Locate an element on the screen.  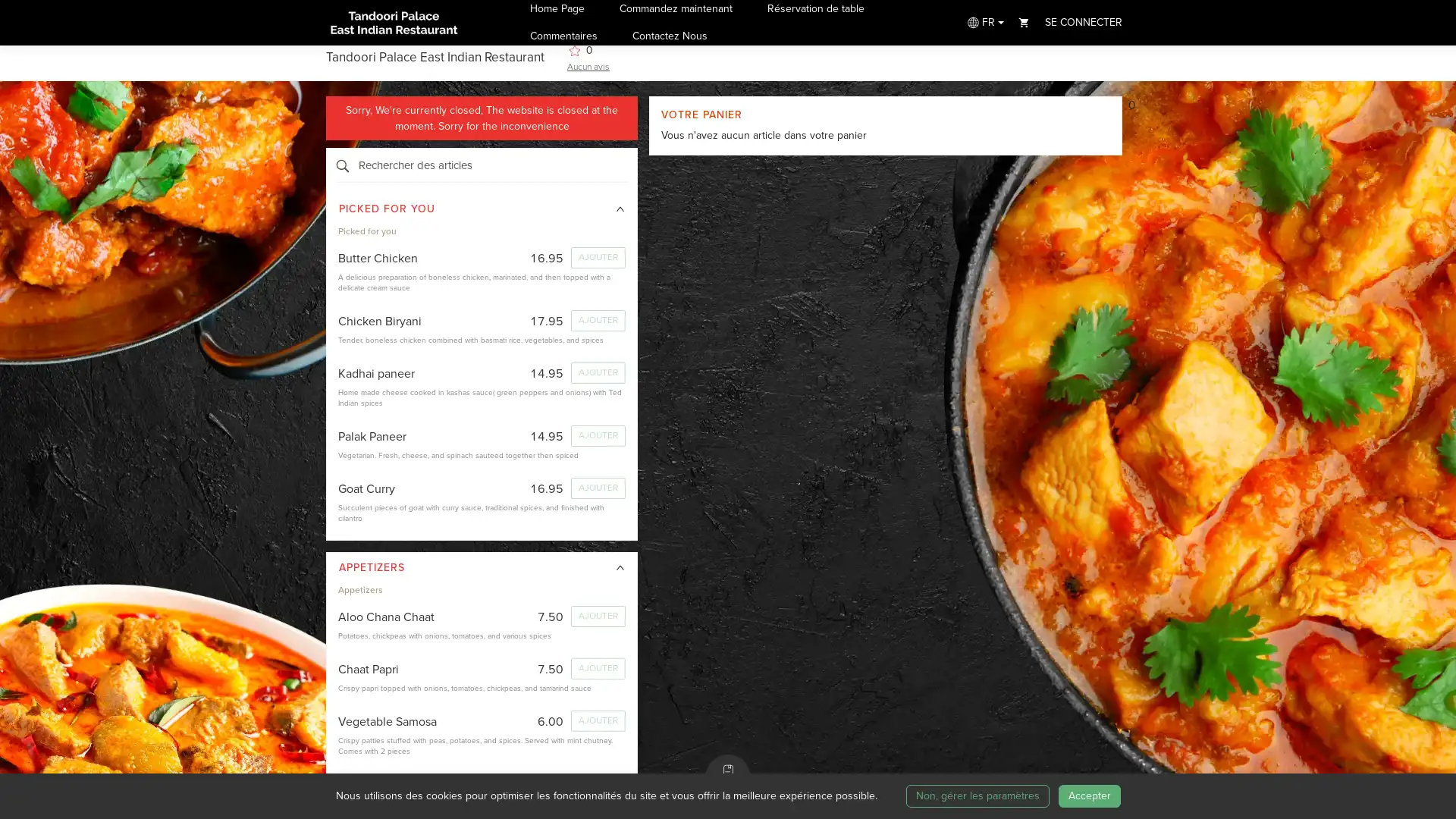
Non, gerer les parametres is located at coordinates (977, 795).